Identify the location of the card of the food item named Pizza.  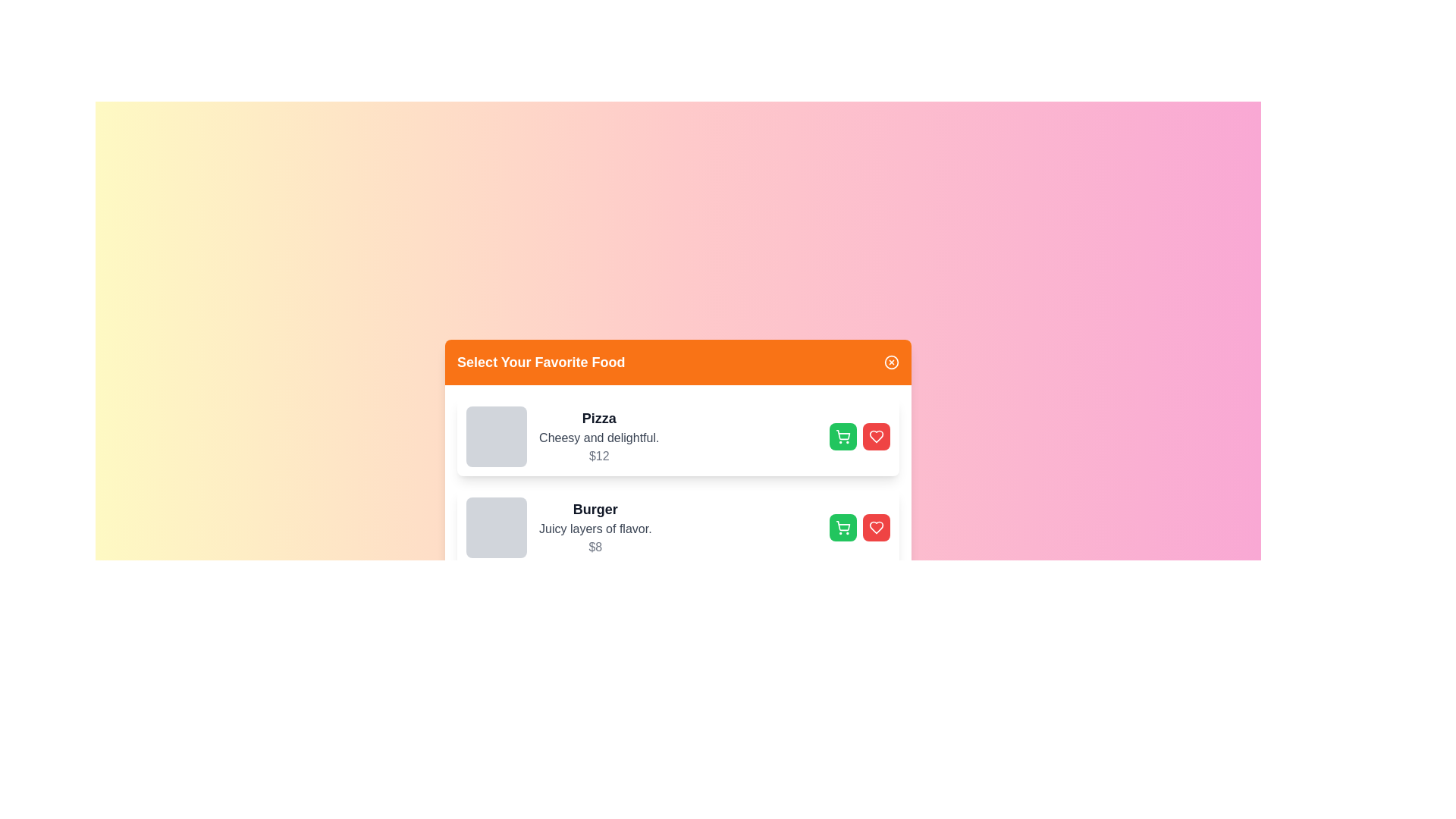
(677, 436).